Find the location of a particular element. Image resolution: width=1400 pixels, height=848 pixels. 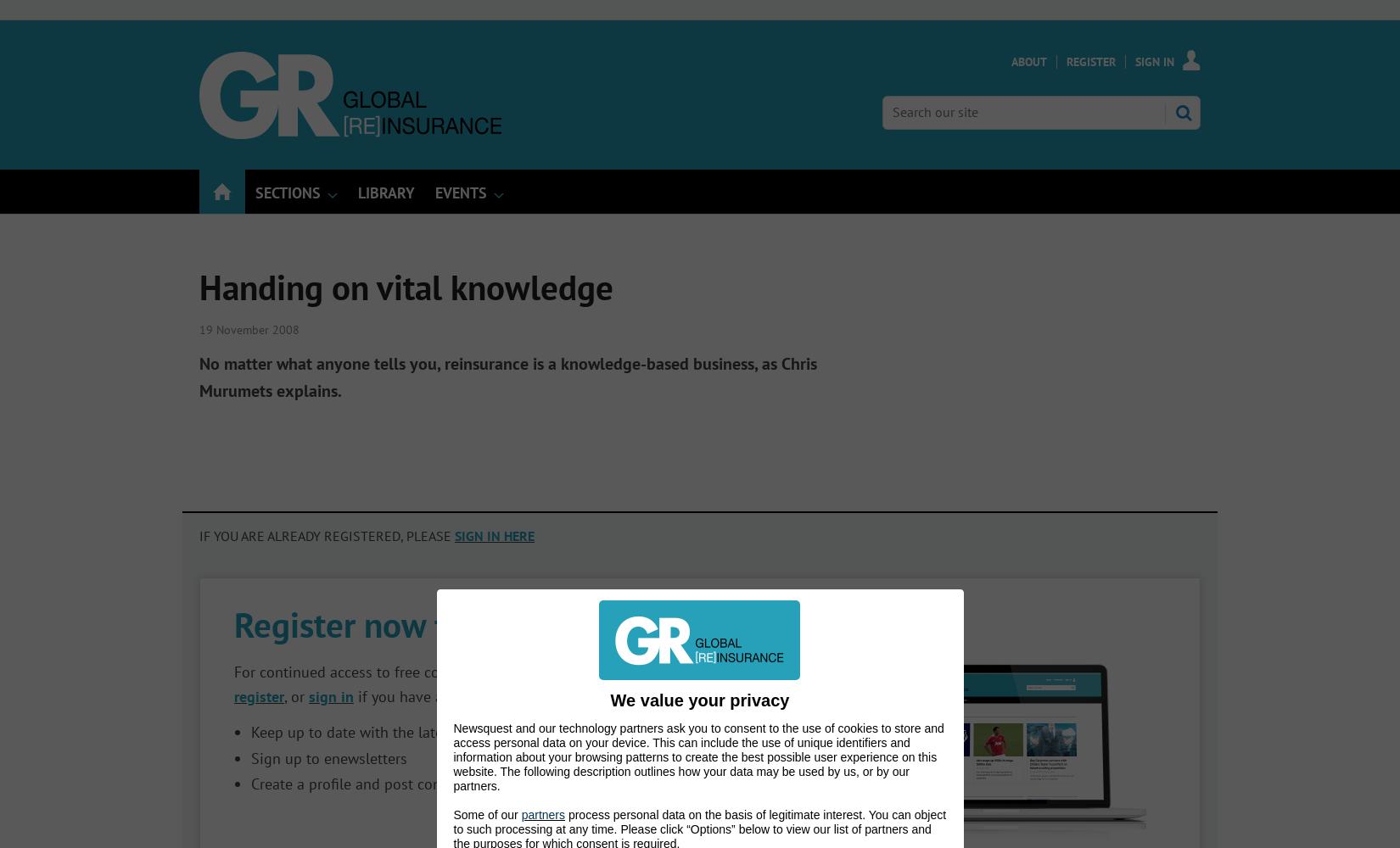

', or' is located at coordinates (296, 695).